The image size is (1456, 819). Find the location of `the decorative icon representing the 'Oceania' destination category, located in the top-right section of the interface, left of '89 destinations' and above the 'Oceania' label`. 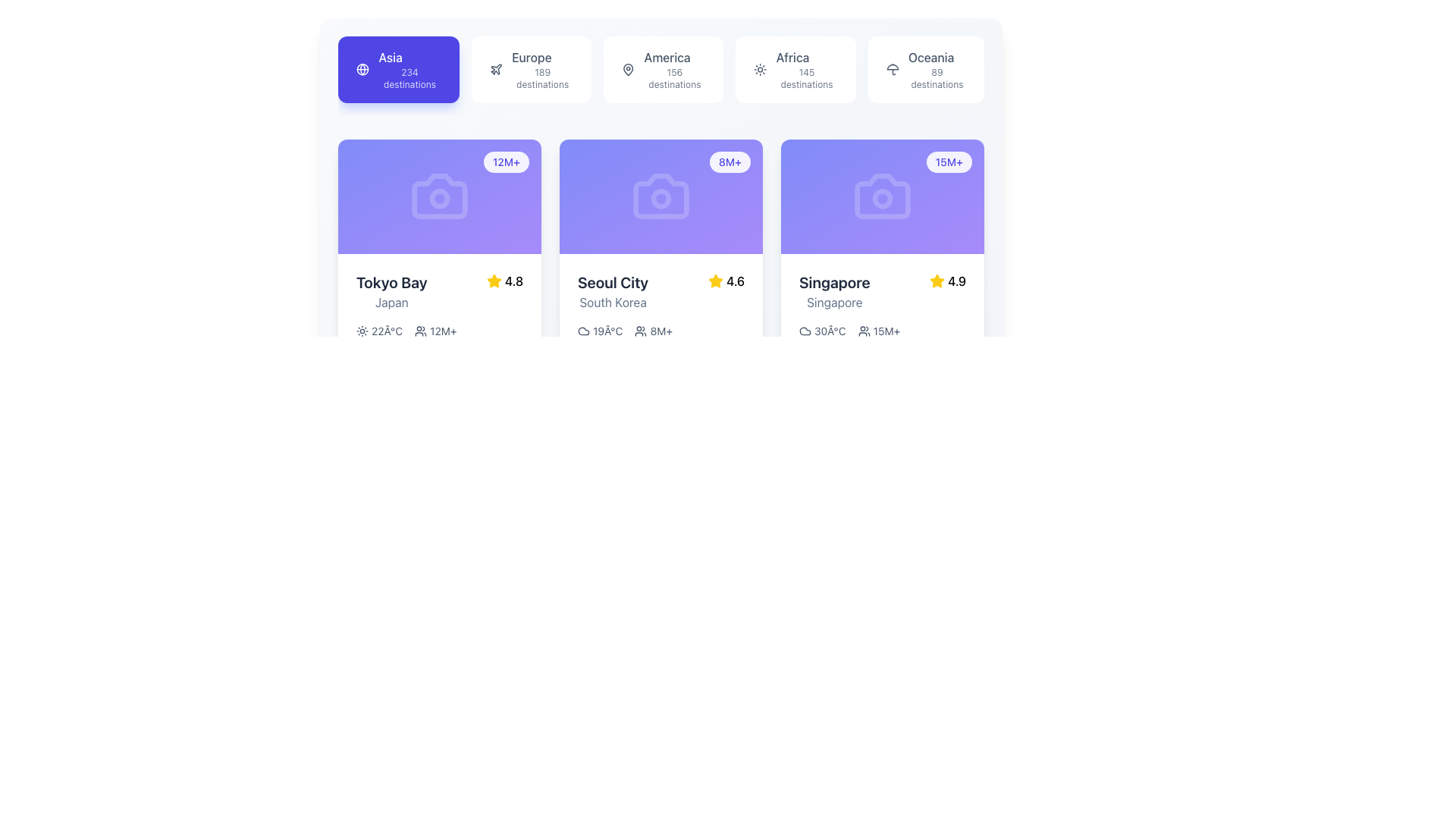

the decorative icon representing the 'Oceania' destination category, located in the top-right section of the interface, left of '89 destinations' and above the 'Oceania' label is located at coordinates (893, 70).